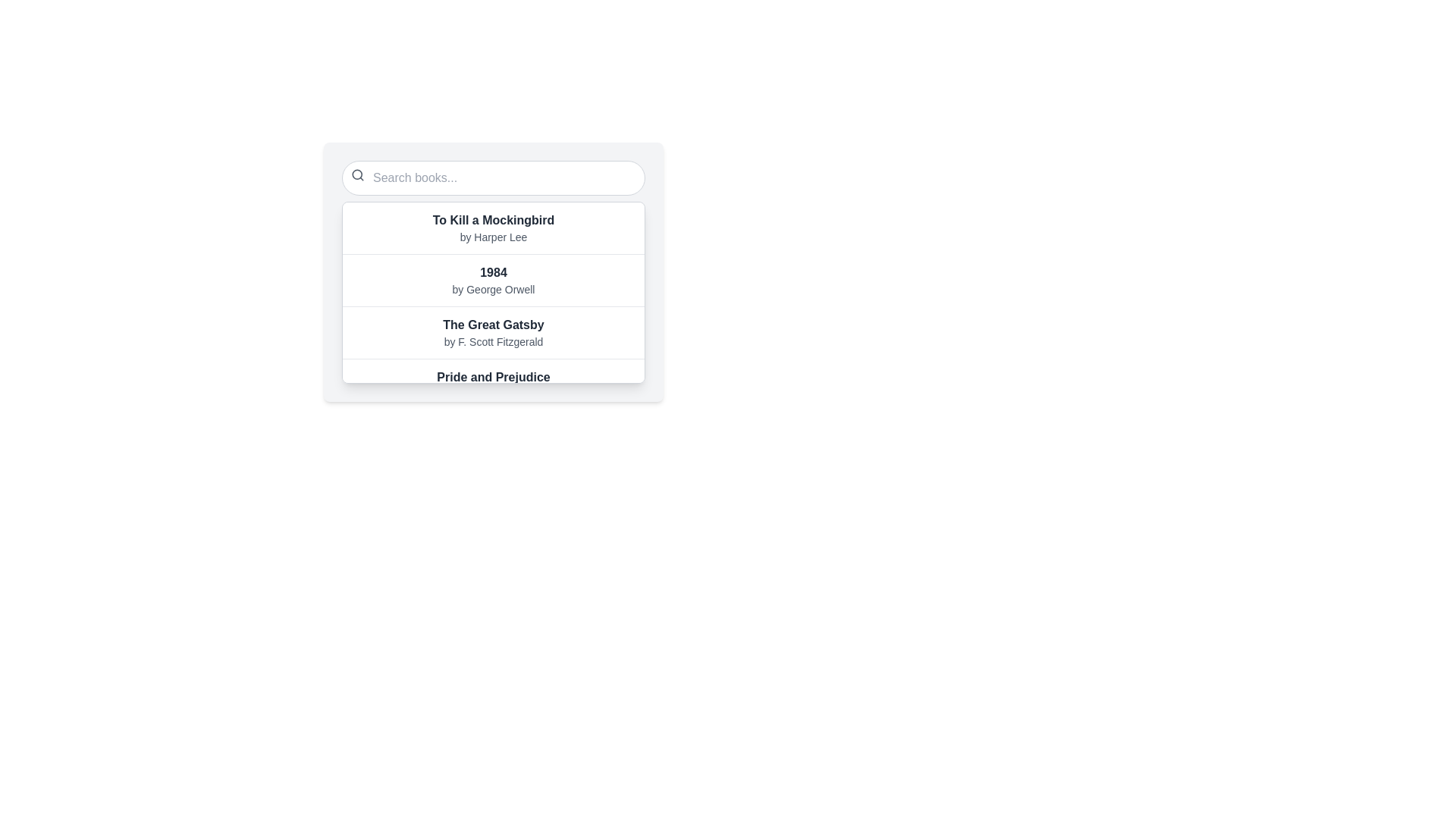  I want to click on the text label indicating the author of 'To Kill a Mockingbird', which is positioned directly beneath the book title in the user interface, so click(494, 237).